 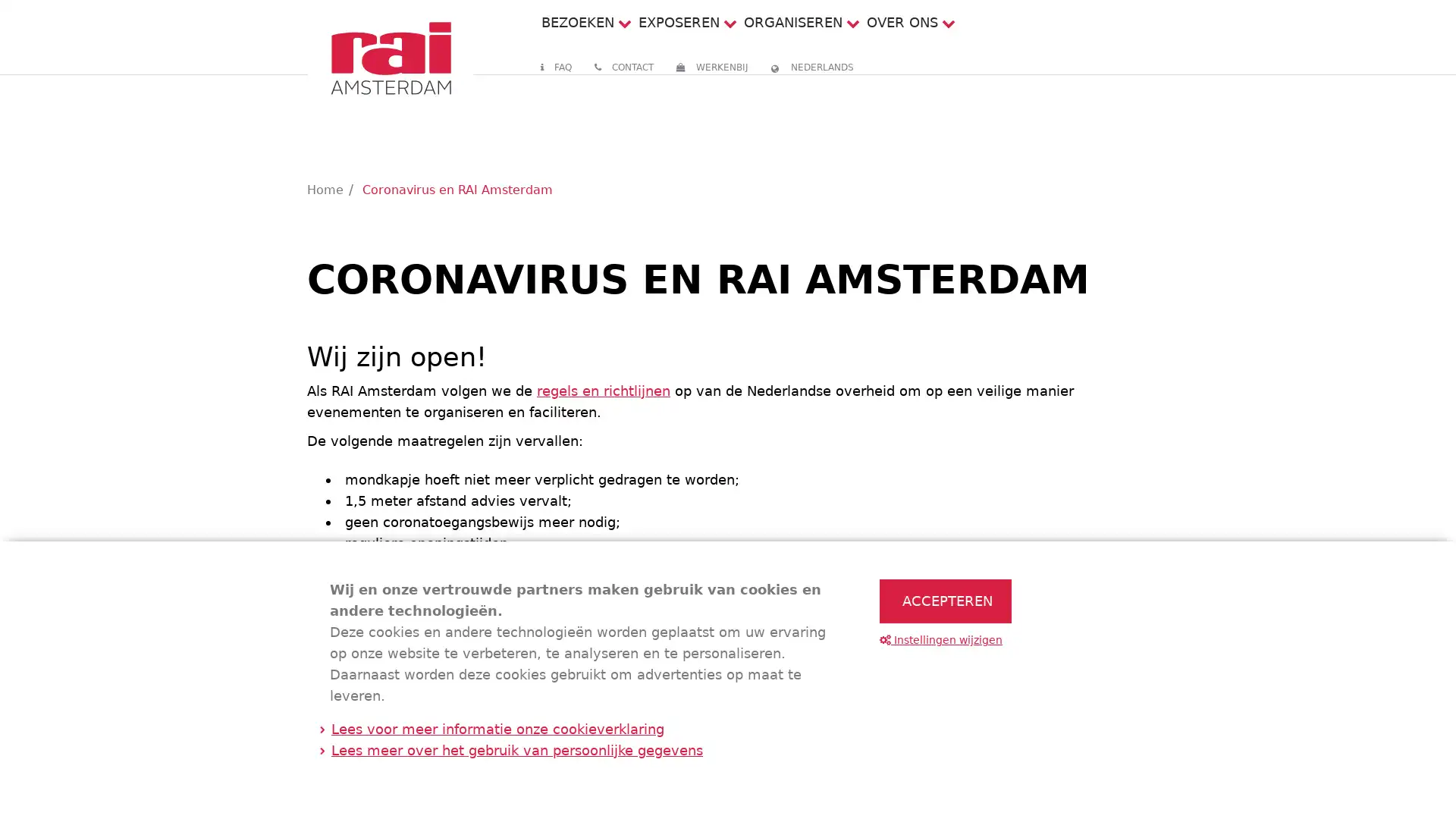 What do you see at coordinates (677, 22) in the screenshot?
I see `EXPOSEREN` at bounding box center [677, 22].